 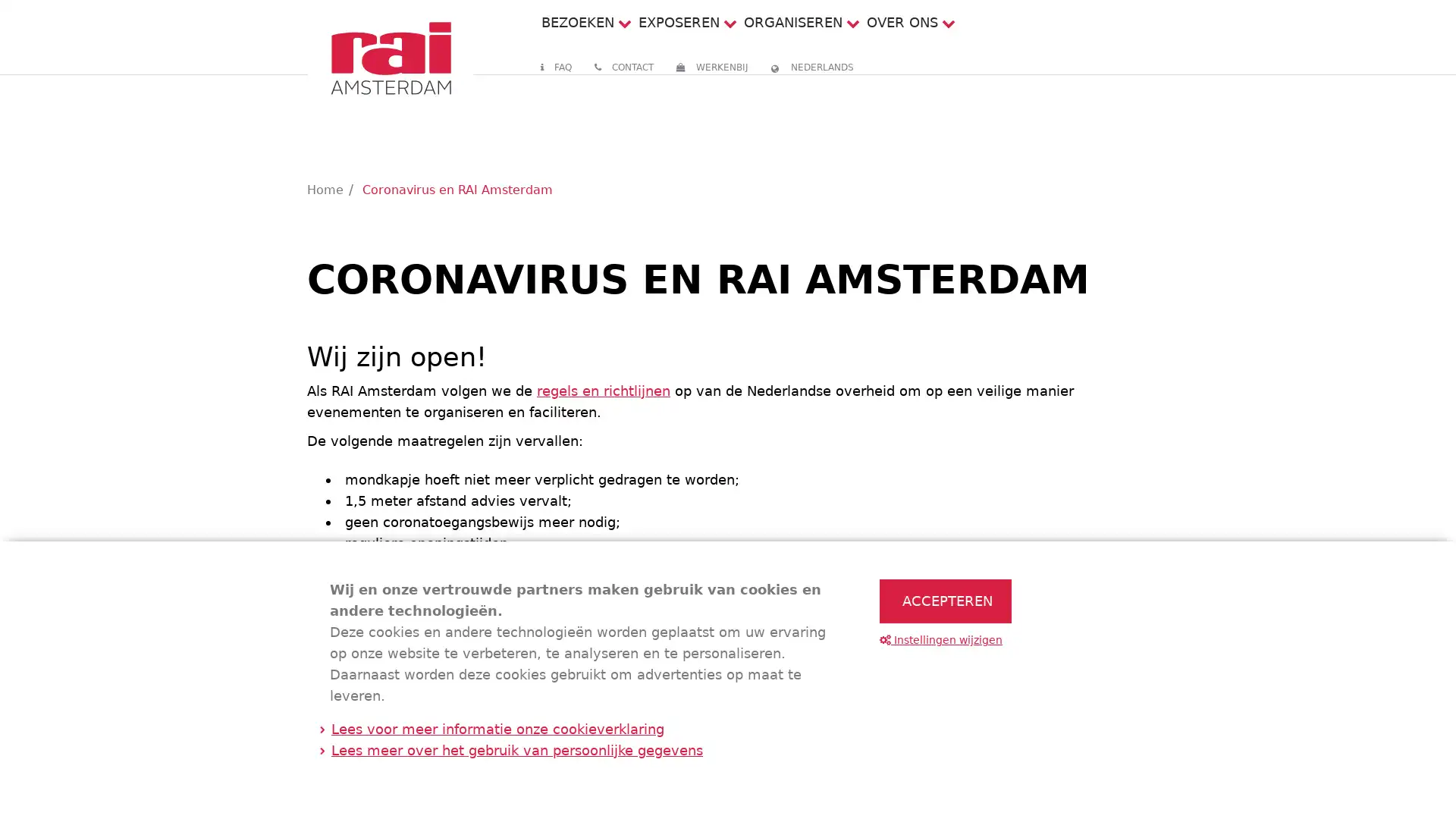 What do you see at coordinates (677, 22) in the screenshot?
I see `EXPOSEREN` at bounding box center [677, 22].